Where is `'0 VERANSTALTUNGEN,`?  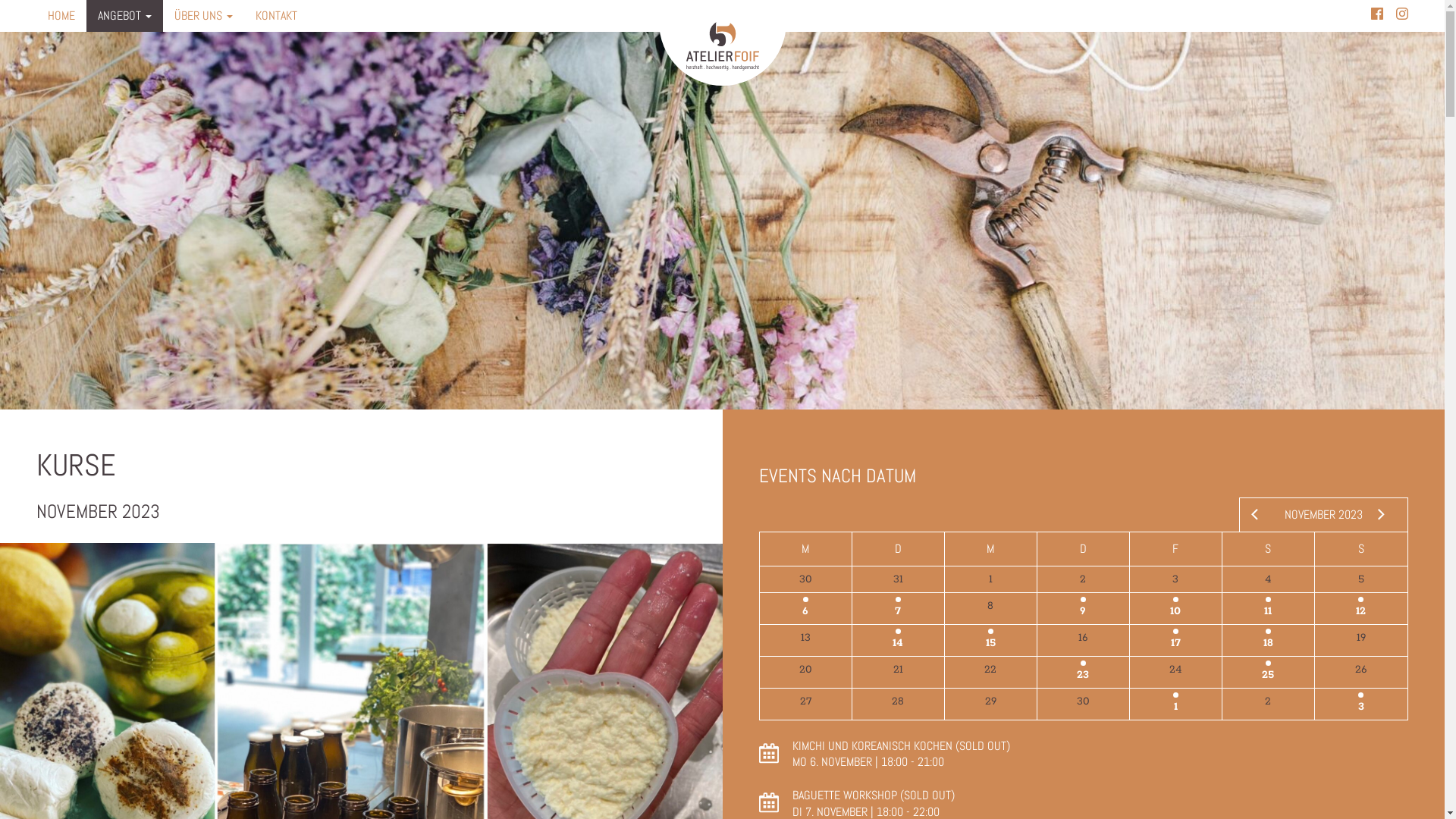
'0 VERANSTALTUNGEN, is located at coordinates (1313, 640).